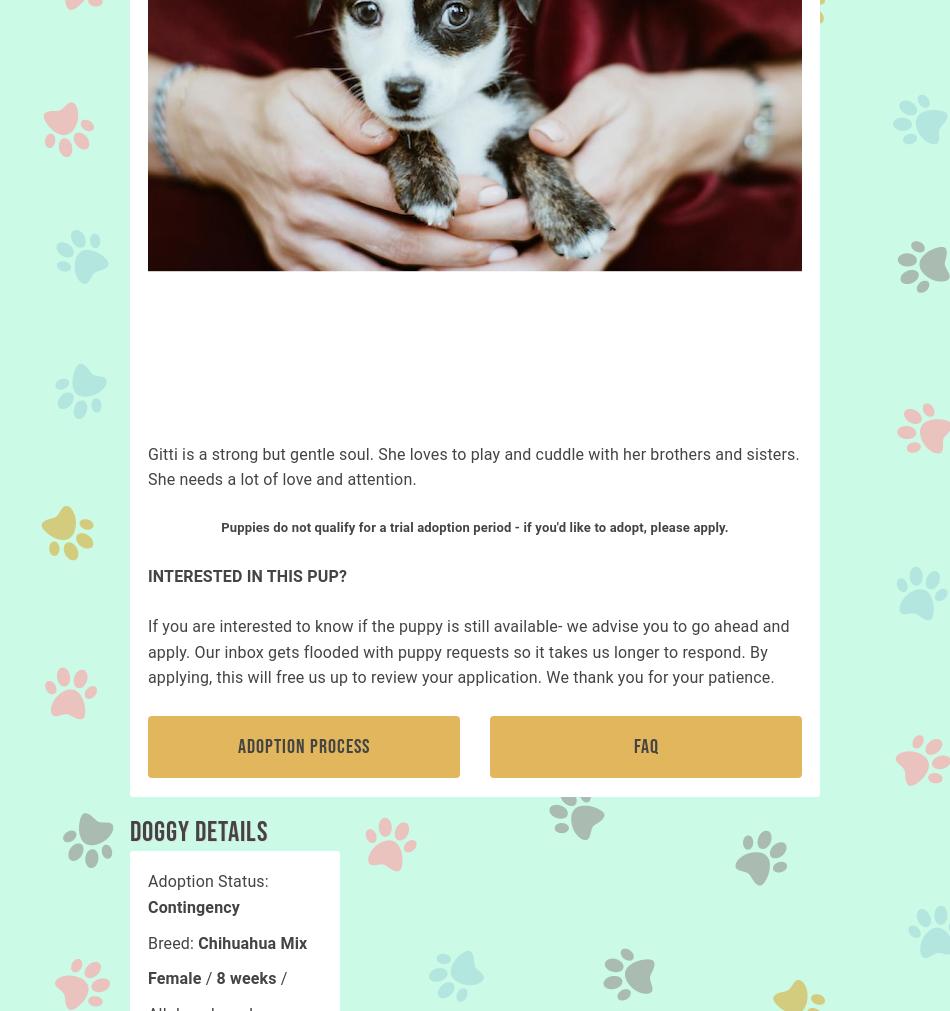 This screenshot has width=950, height=1011. Describe the element at coordinates (220, 526) in the screenshot. I see `'Puppies do not qualify for a trial adoption period - if you'd like to adopt, please apply.'` at that location.